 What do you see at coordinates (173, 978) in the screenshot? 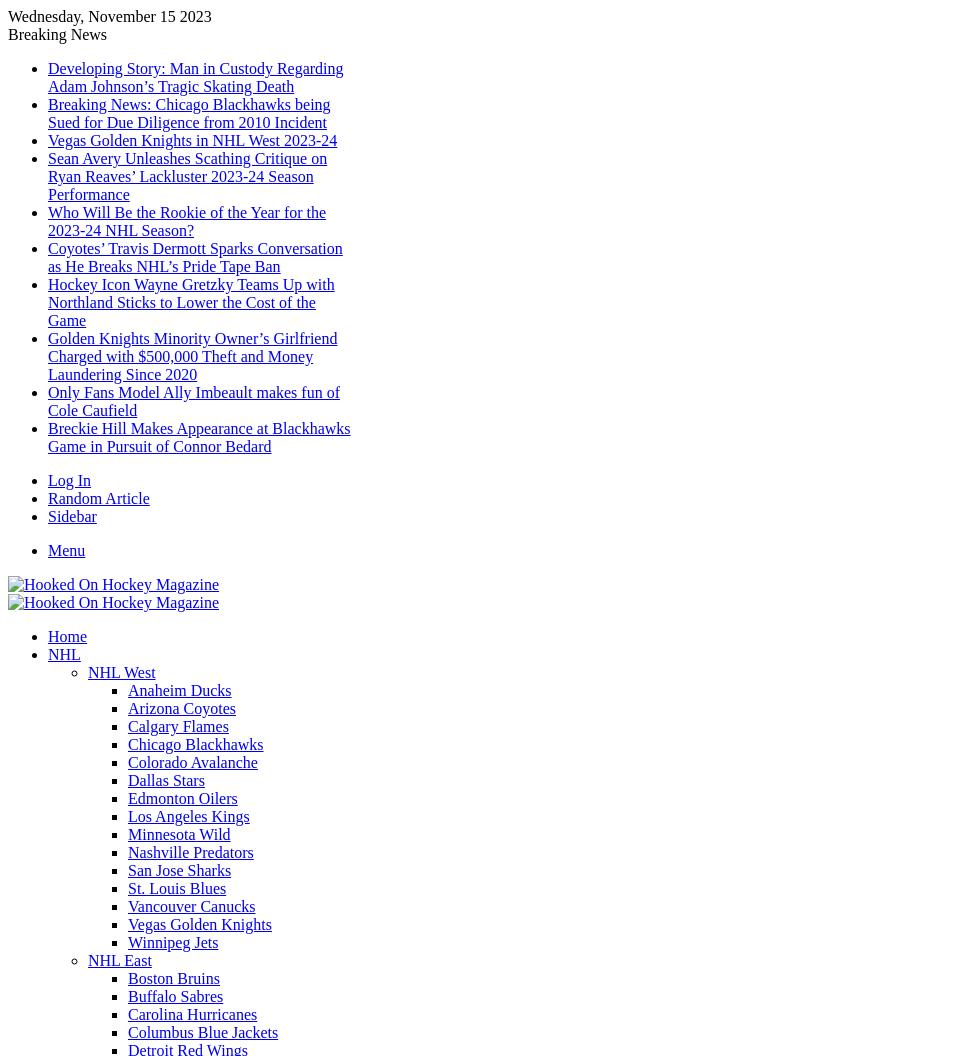
I see `'Boston Bruins'` at bounding box center [173, 978].